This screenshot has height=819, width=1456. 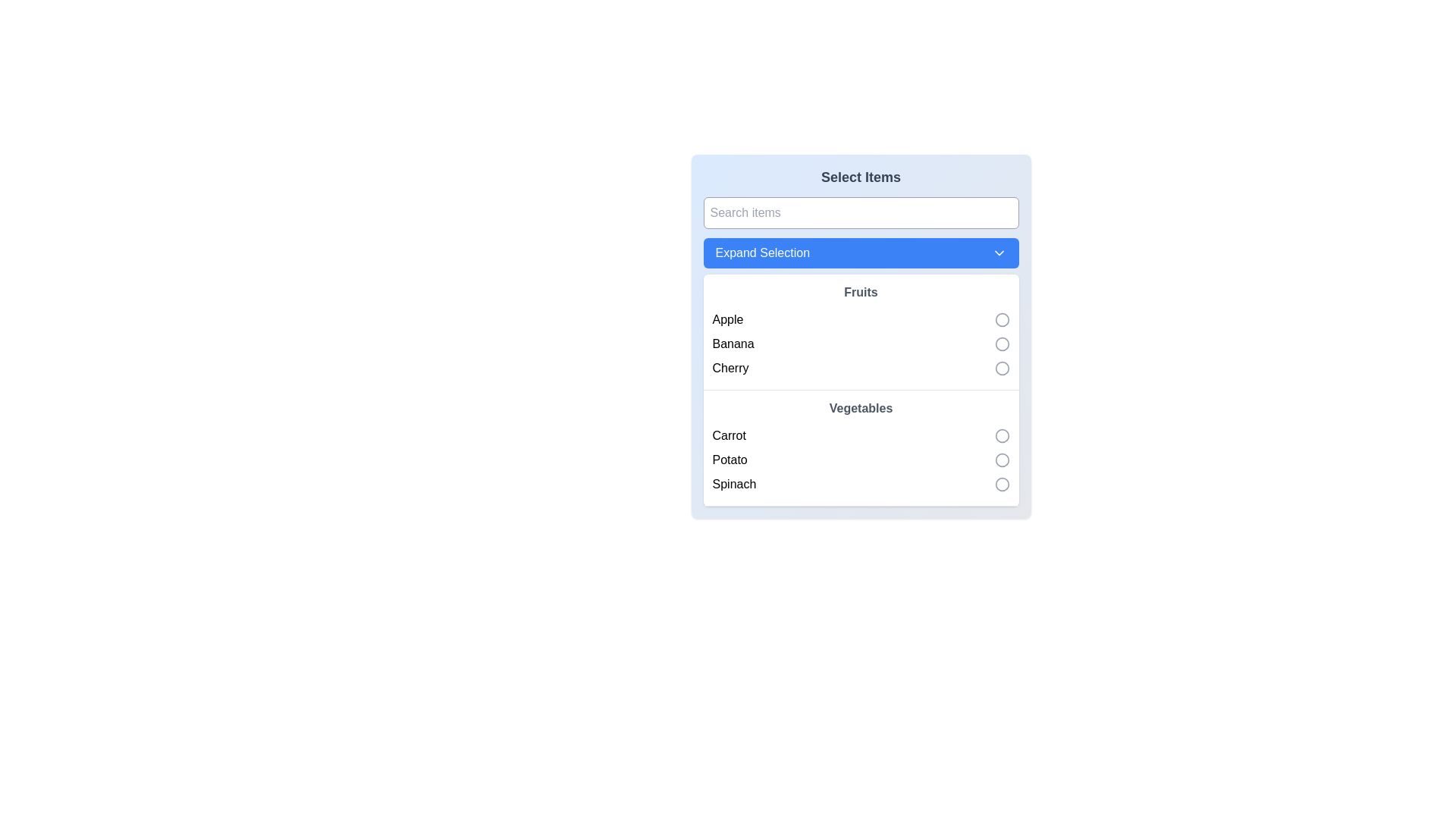 I want to click on the 'Fruits' text label, which is a bold gray header positioned near the top of the list, directly below the 'Expand Selection' dropdown, so click(x=861, y=292).